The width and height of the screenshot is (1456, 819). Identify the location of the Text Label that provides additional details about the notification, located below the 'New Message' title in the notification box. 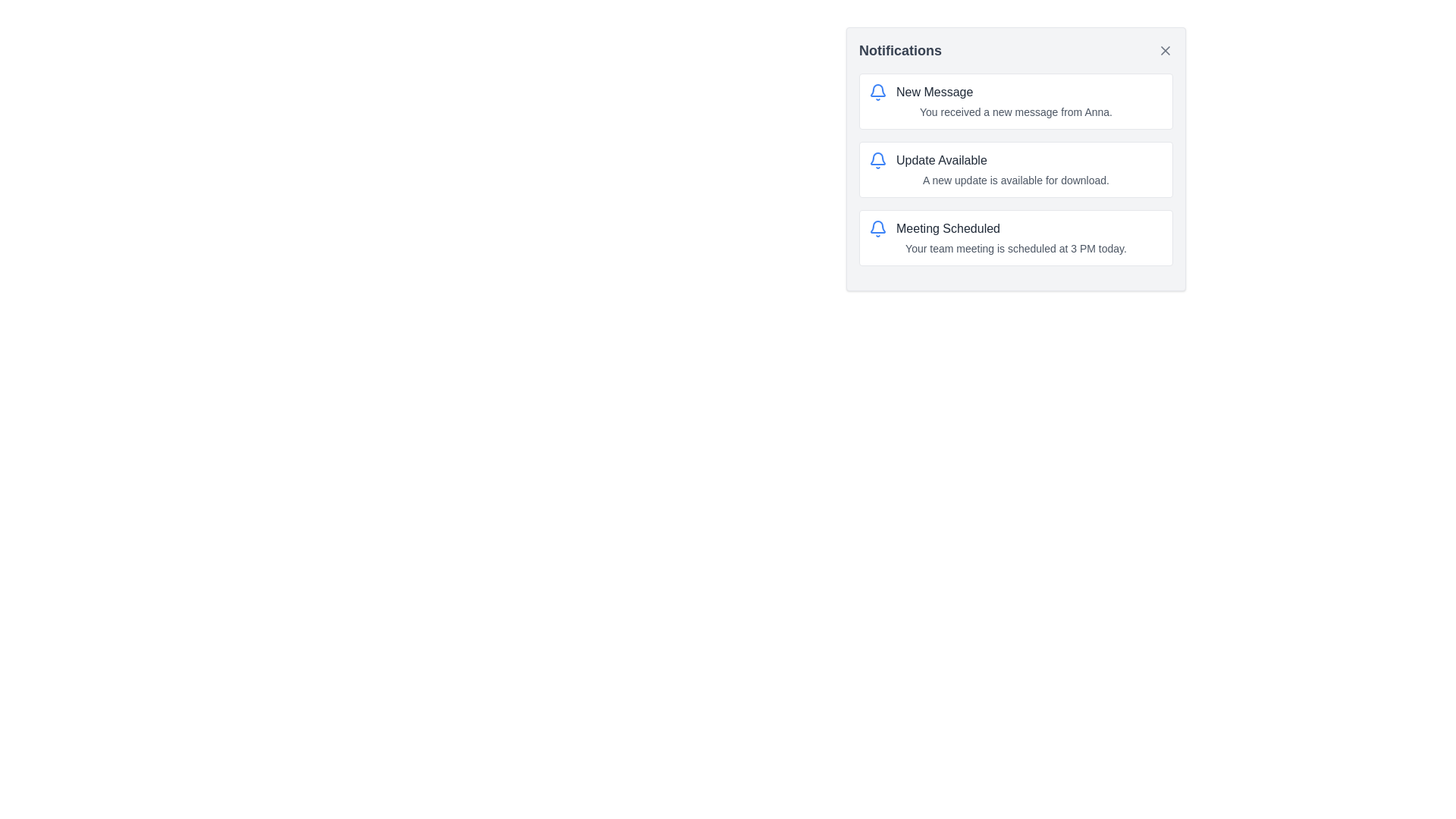
(1015, 111).